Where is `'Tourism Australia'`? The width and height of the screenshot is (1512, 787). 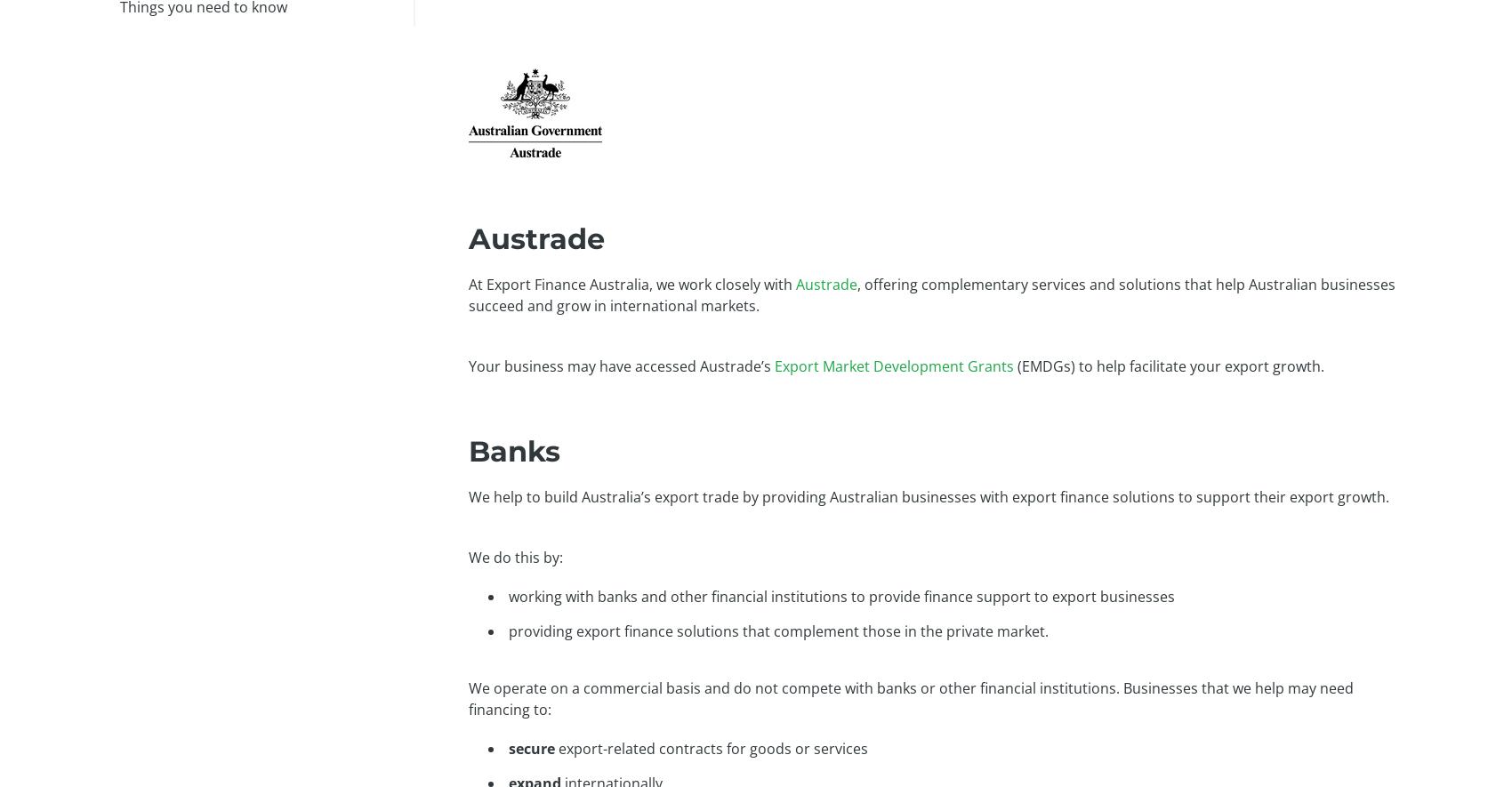 'Tourism Australia' is located at coordinates (945, 174).